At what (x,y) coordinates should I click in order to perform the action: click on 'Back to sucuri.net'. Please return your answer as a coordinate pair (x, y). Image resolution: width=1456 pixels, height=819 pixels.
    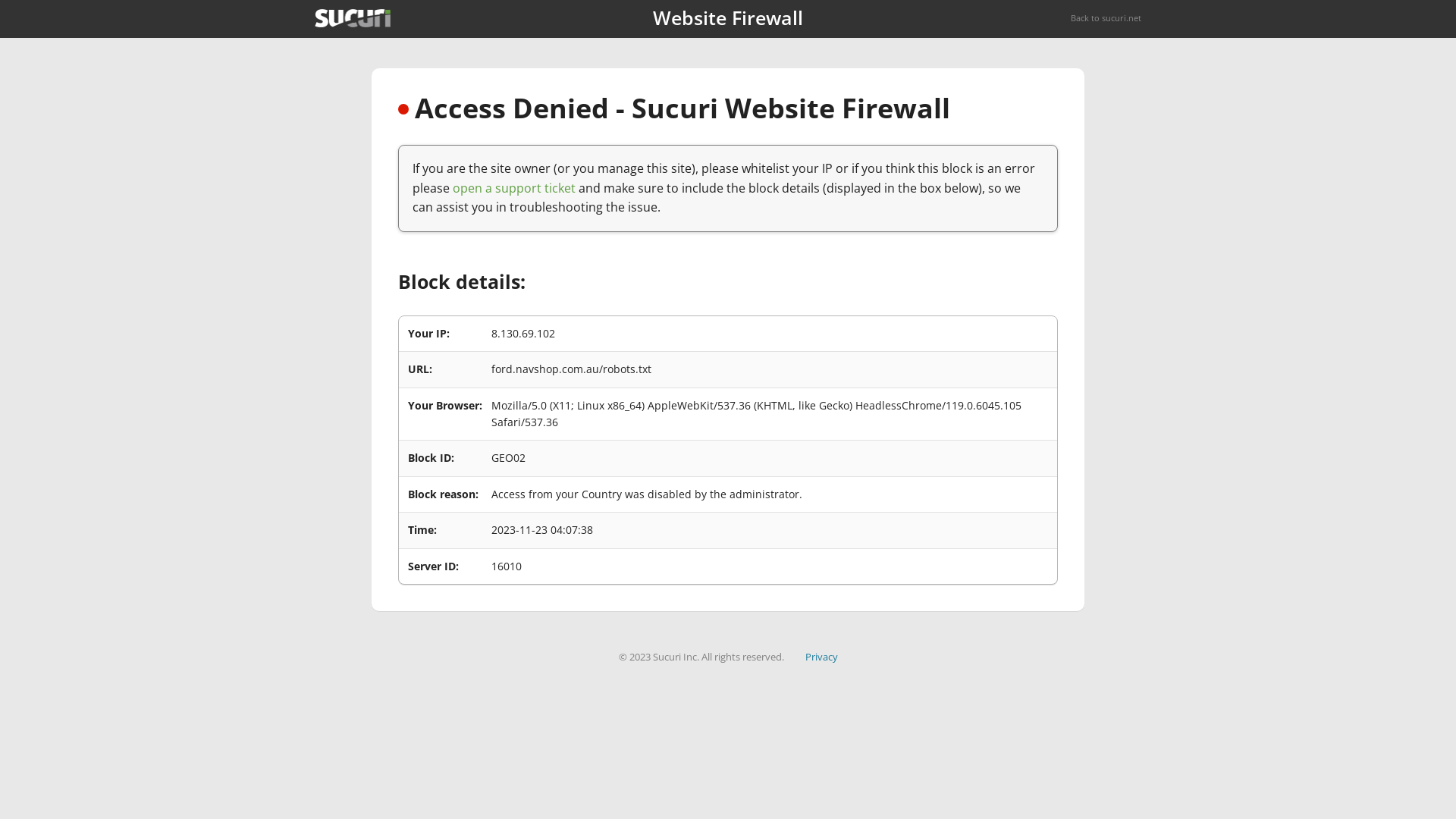
    Looking at the image, I should click on (1106, 17).